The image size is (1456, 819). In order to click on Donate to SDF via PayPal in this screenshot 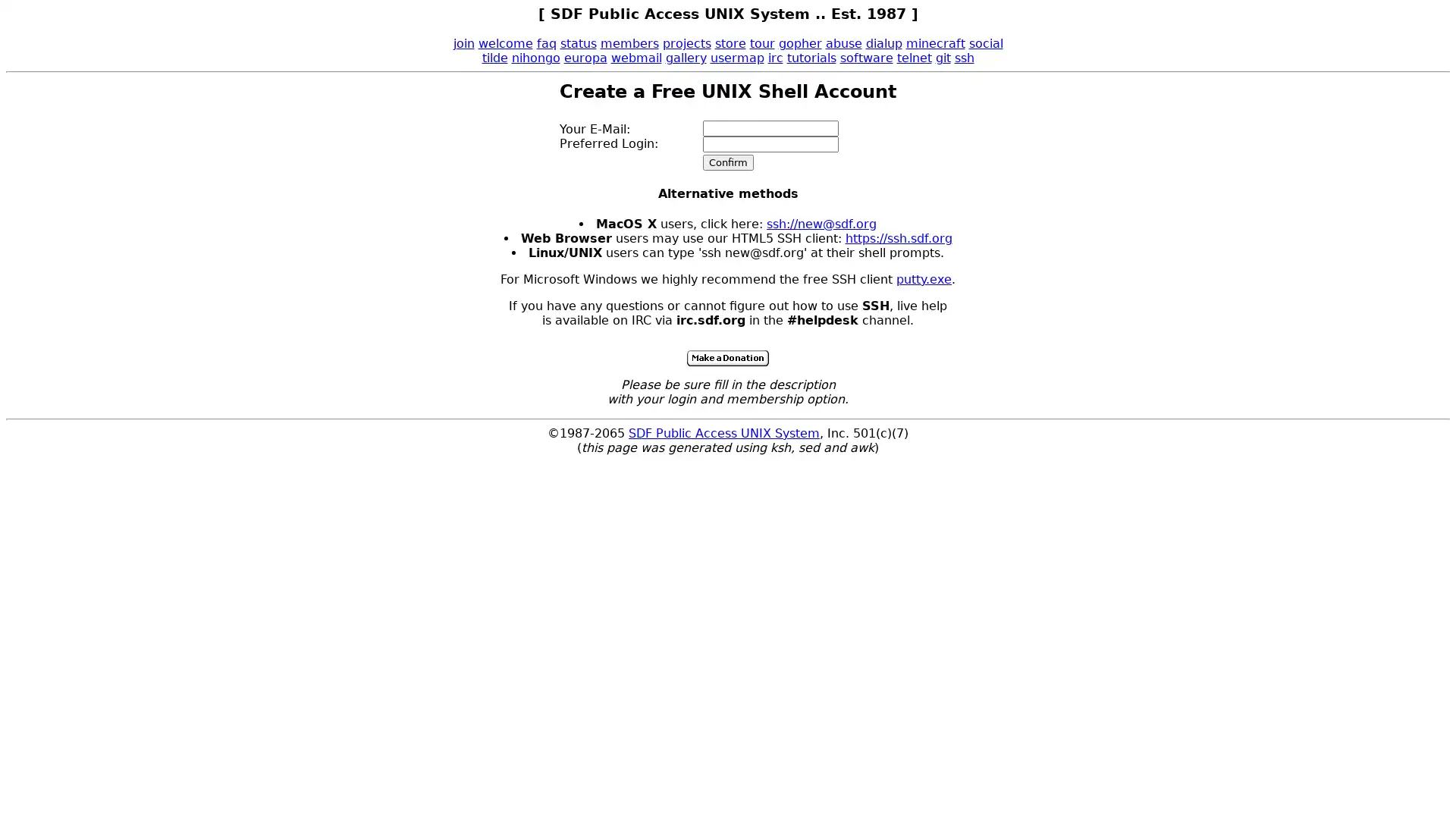, I will do `click(728, 358)`.